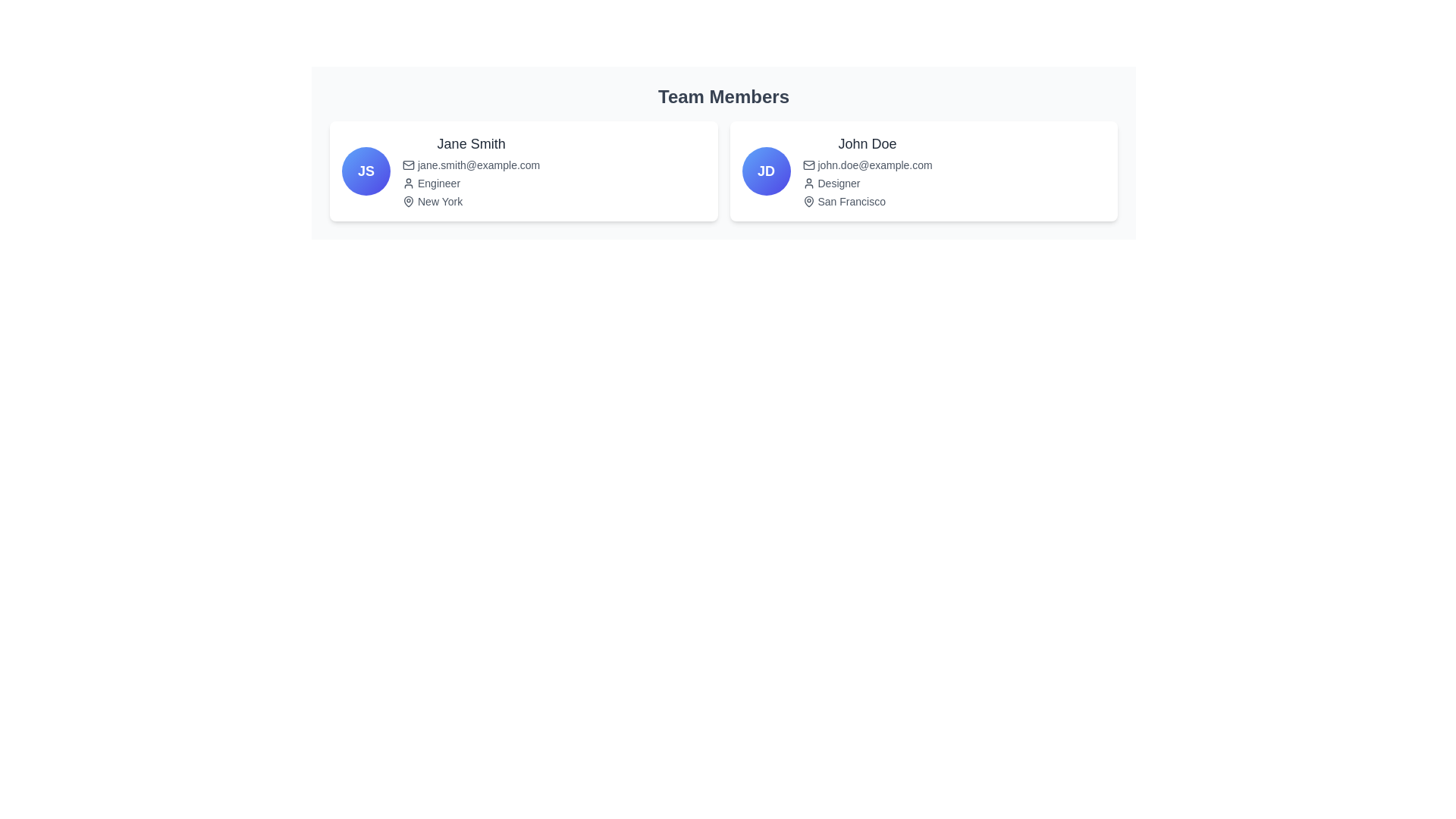  What do you see at coordinates (868, 165) in the screenshot?
I see `the text label displaying the email address 'john.doe@example.com' within the card for 'John Doe'` at bounding box center [868, 165].